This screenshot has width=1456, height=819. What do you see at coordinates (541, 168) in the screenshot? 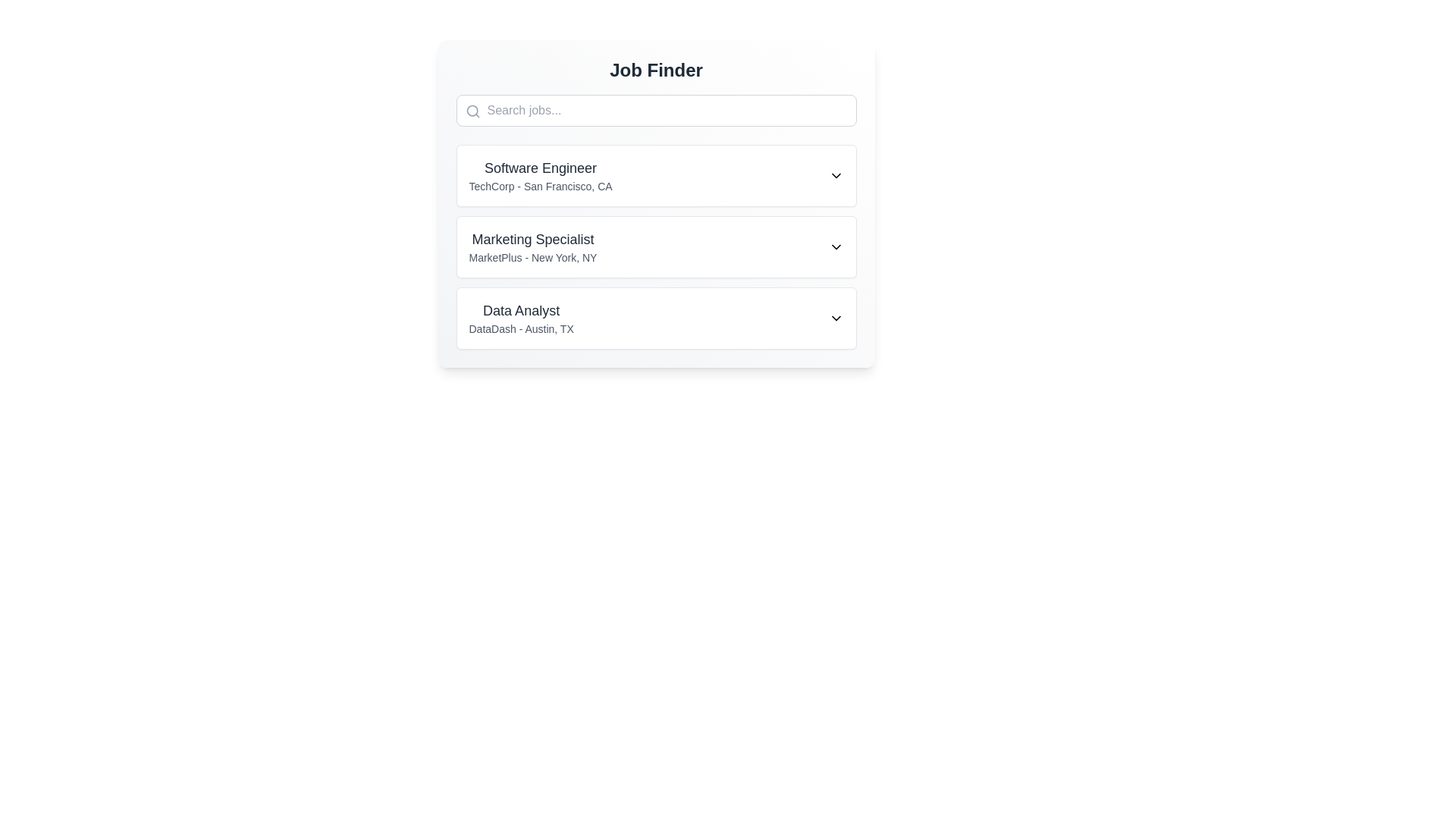
I see `the Static text element displaying 'Software Engineer', which is located at the top of the list view in the Job Finder card` at bounding box center [541, 168].